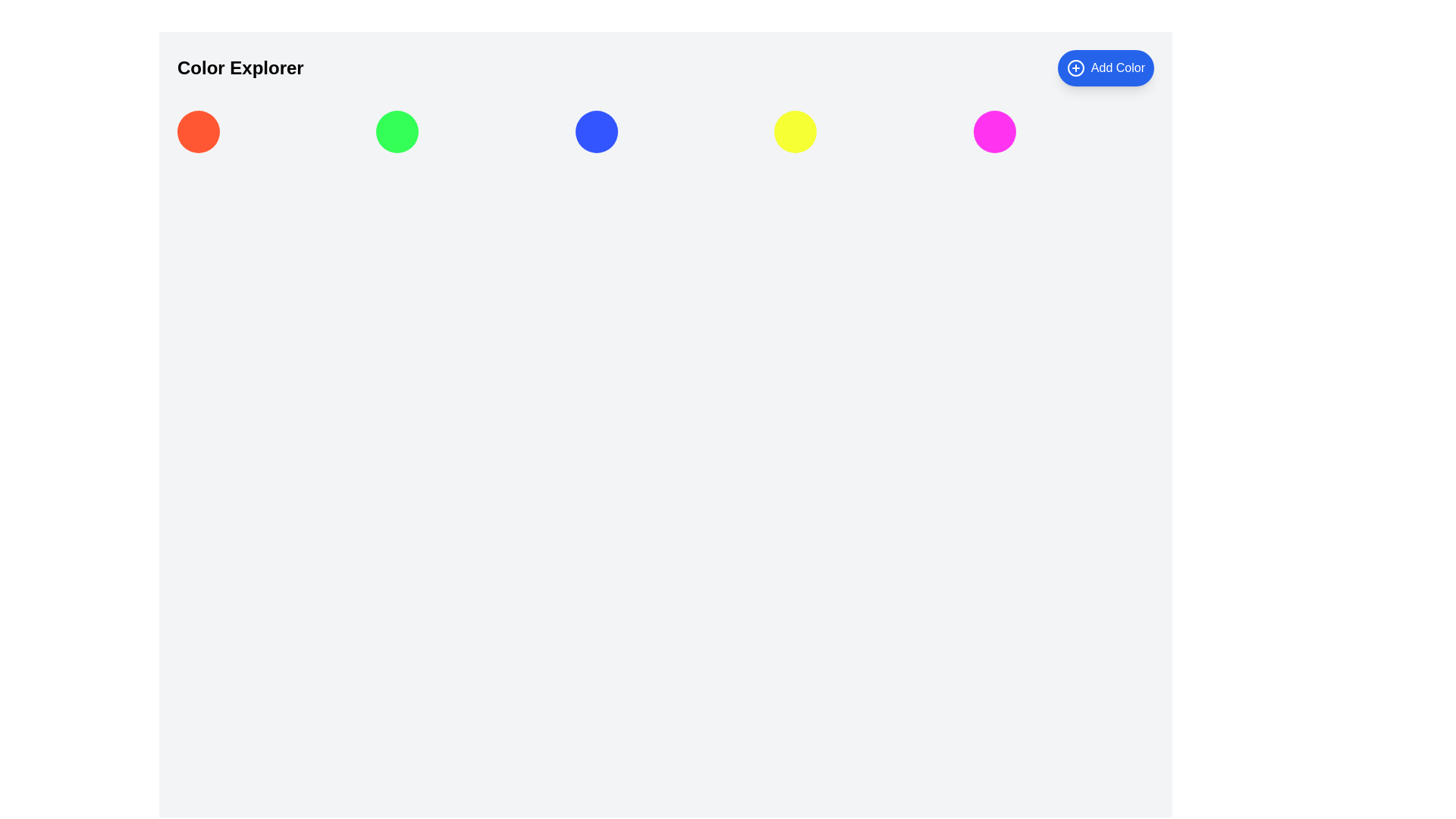 The height and width of the screenshot is (819, 1456). I want to click on the solid orange circular Visual Indicator located in the grid display of colors, so click(198, 130).